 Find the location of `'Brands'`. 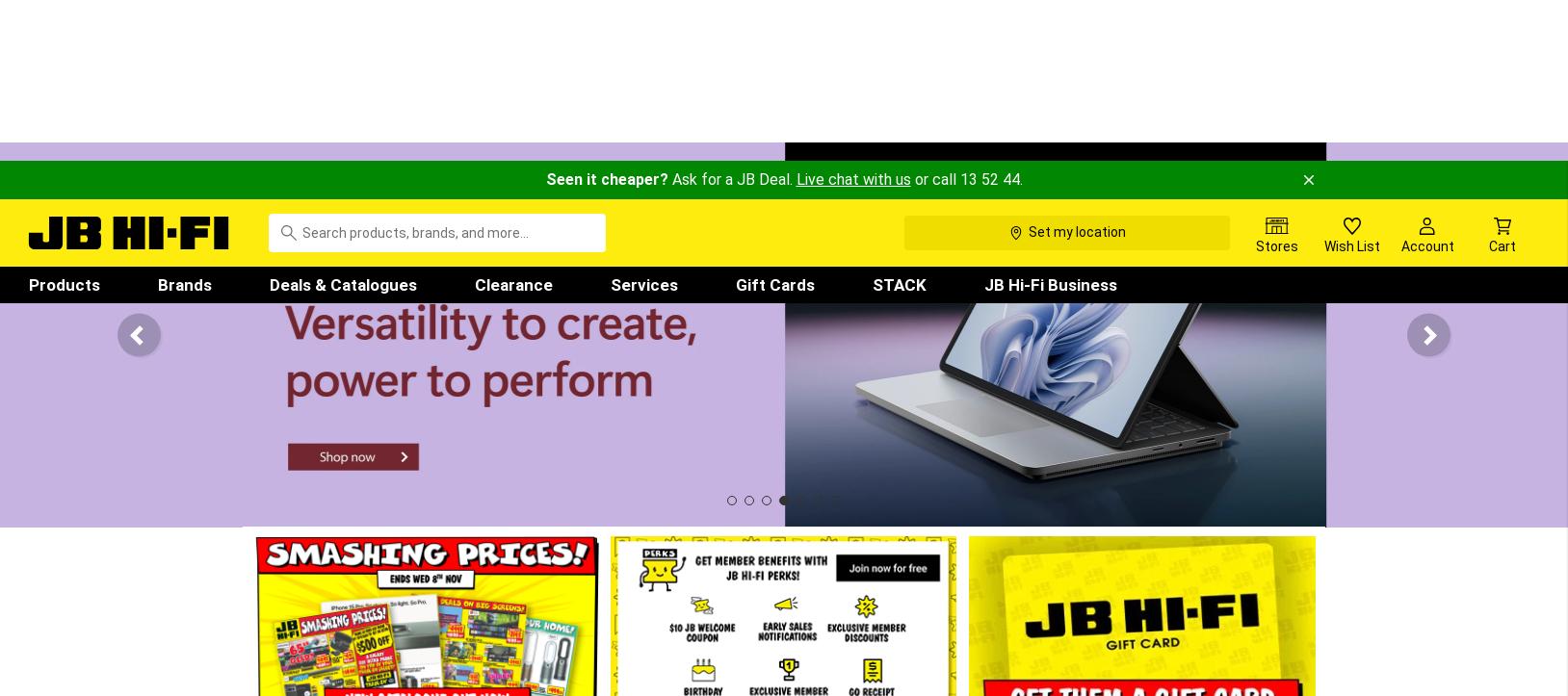

'Brands' is located at coordinates (183, 121).